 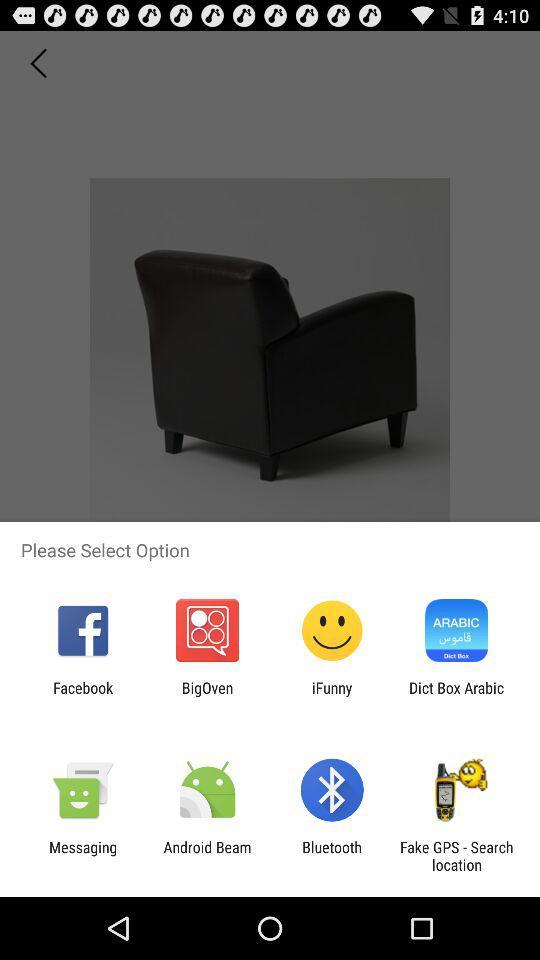 I want to click on item to the left of the ifunny, so click(x=206, y=696).